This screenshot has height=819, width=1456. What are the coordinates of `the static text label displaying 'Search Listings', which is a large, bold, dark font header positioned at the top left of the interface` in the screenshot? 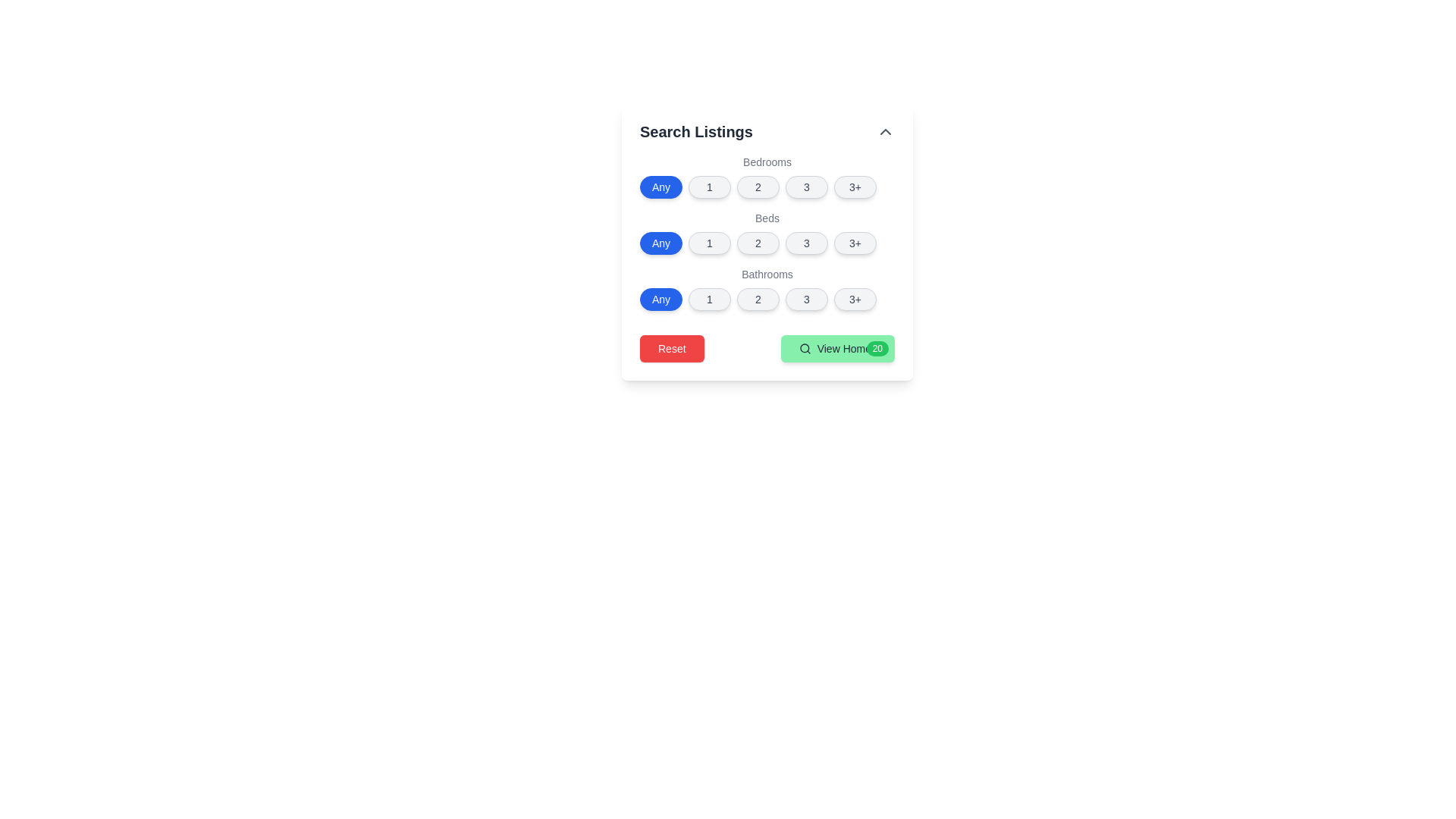 It's located at (695, 130).